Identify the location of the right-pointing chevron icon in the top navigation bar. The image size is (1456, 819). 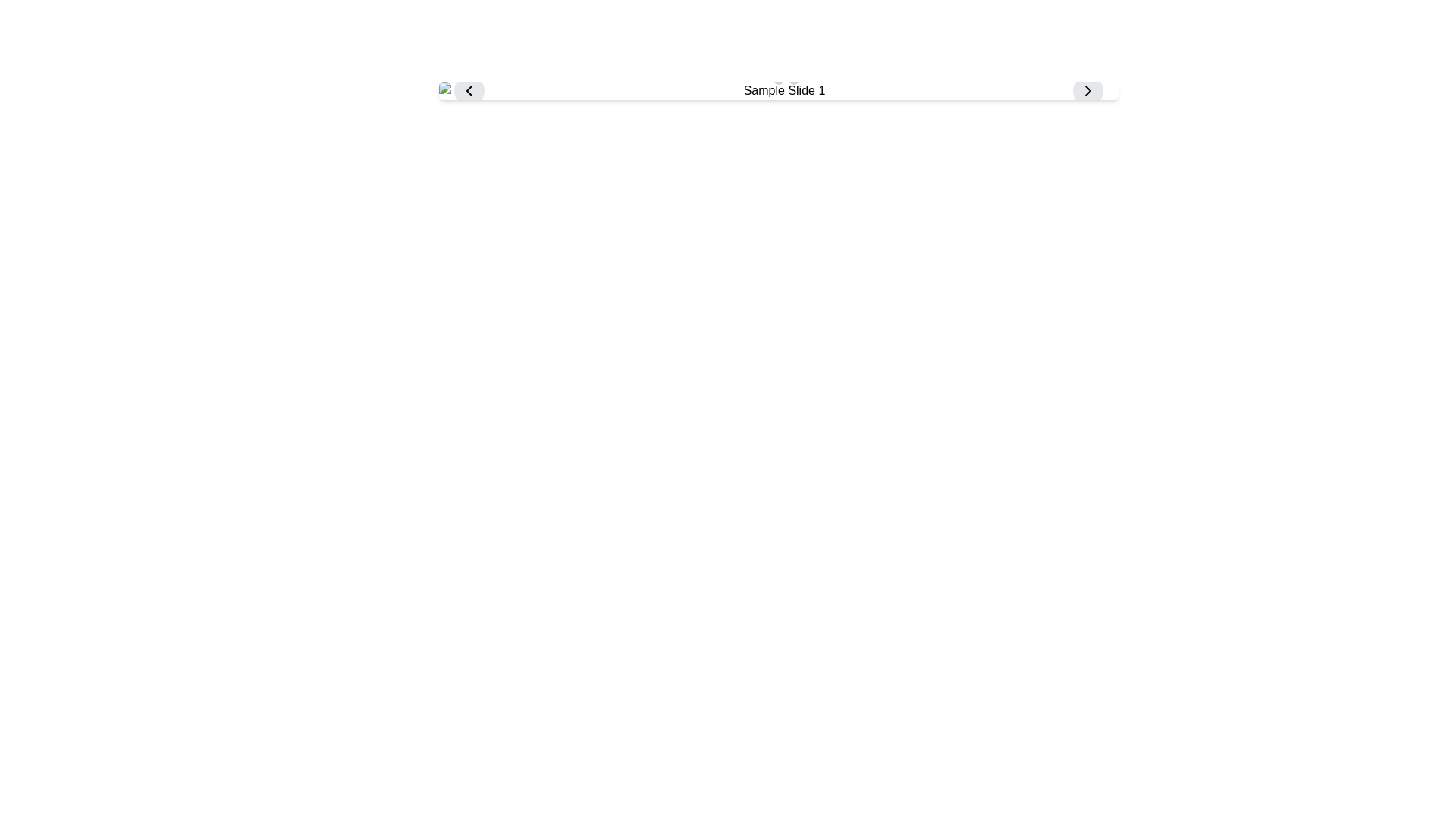
(1087, 90).